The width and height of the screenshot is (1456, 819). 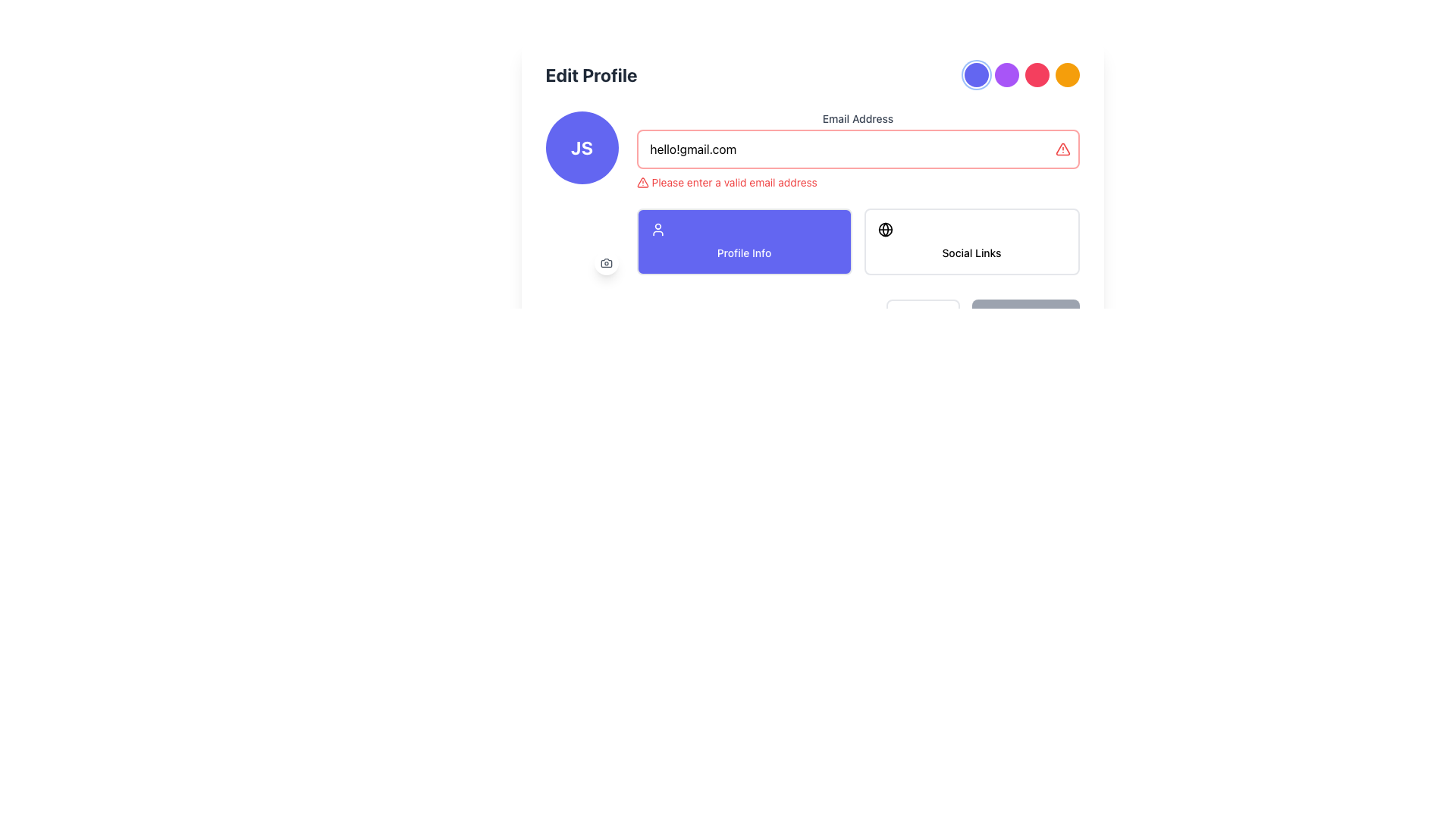 What do you see at coordinates (885, 230) in the screenshot?
I see `the globe icon, which is part of the visual representation indicating global connections, located at the top-right section of the 'Social Links' button` at bounding box center [885, 230].